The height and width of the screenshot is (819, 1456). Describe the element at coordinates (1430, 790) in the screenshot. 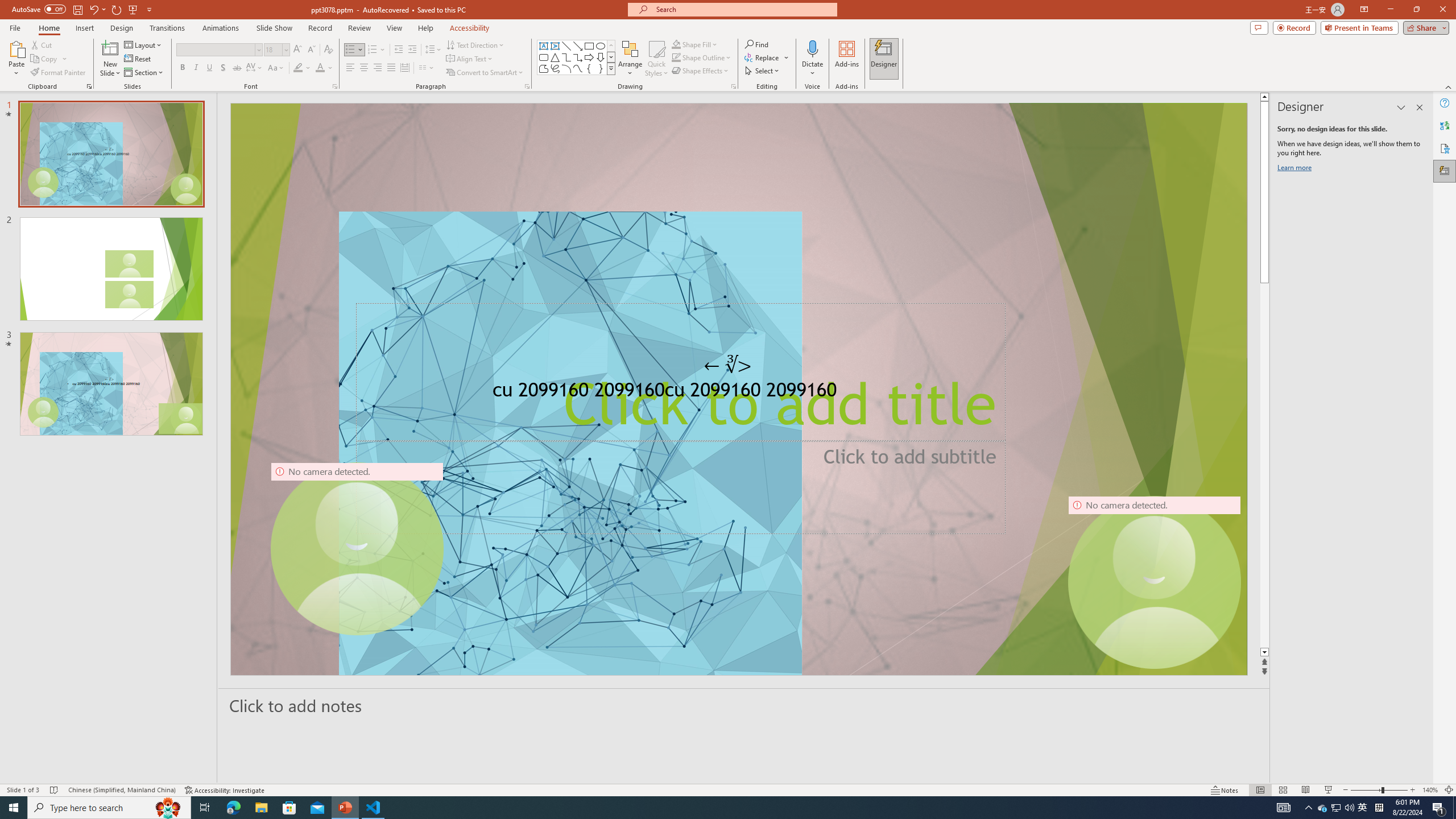

I see `'Zoom 140%'` at that location.